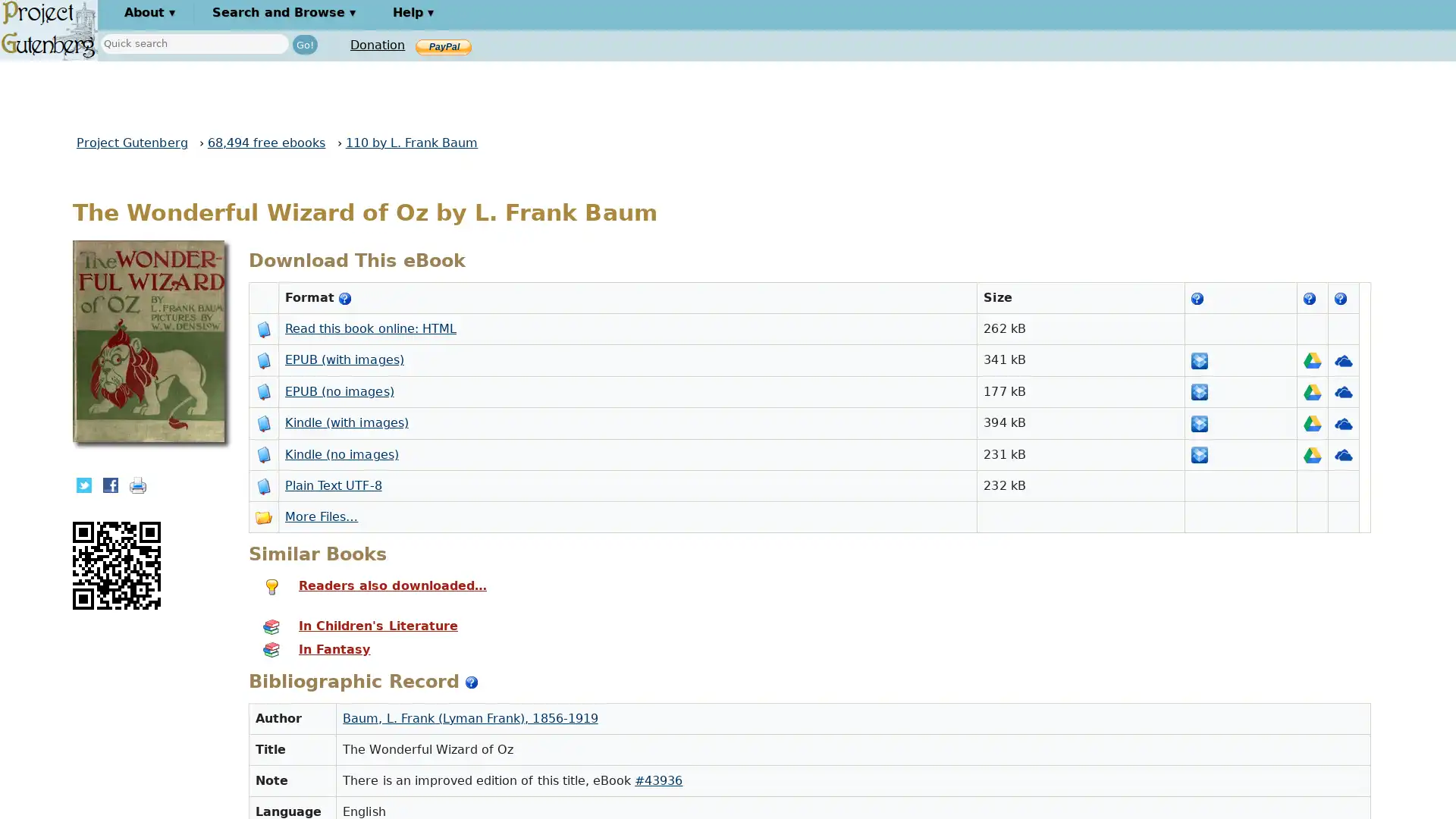 The width and height of the screenshot is (1456, 819). What do you see at coordinates (304, 43) in the screenshot?
I see `Go!` at bounding box center [304, 43].